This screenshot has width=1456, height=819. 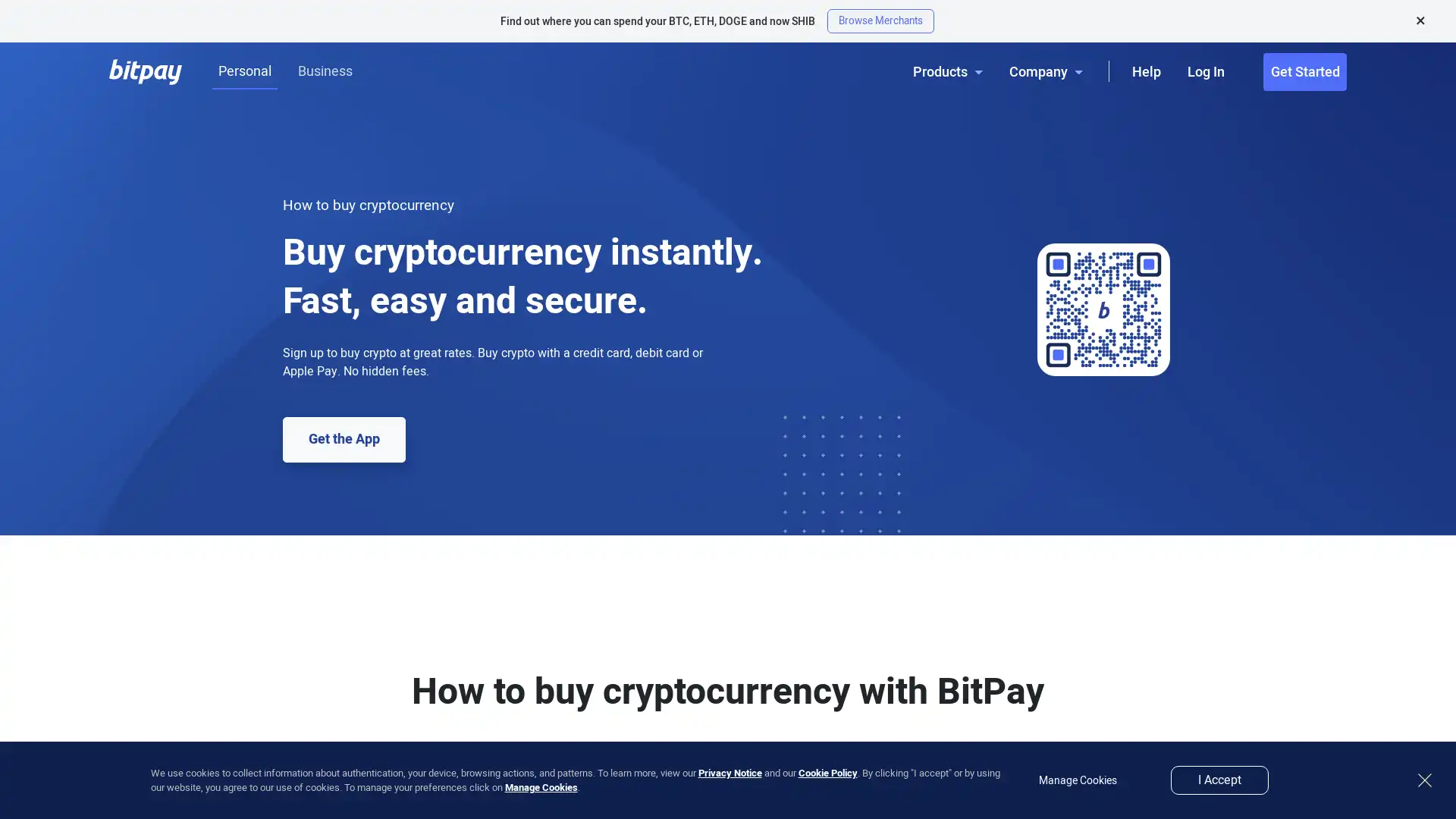 What do you see at coordinates (1420, 20) in the screenshot?
I see `Close` at bounding box center [1420, 20].